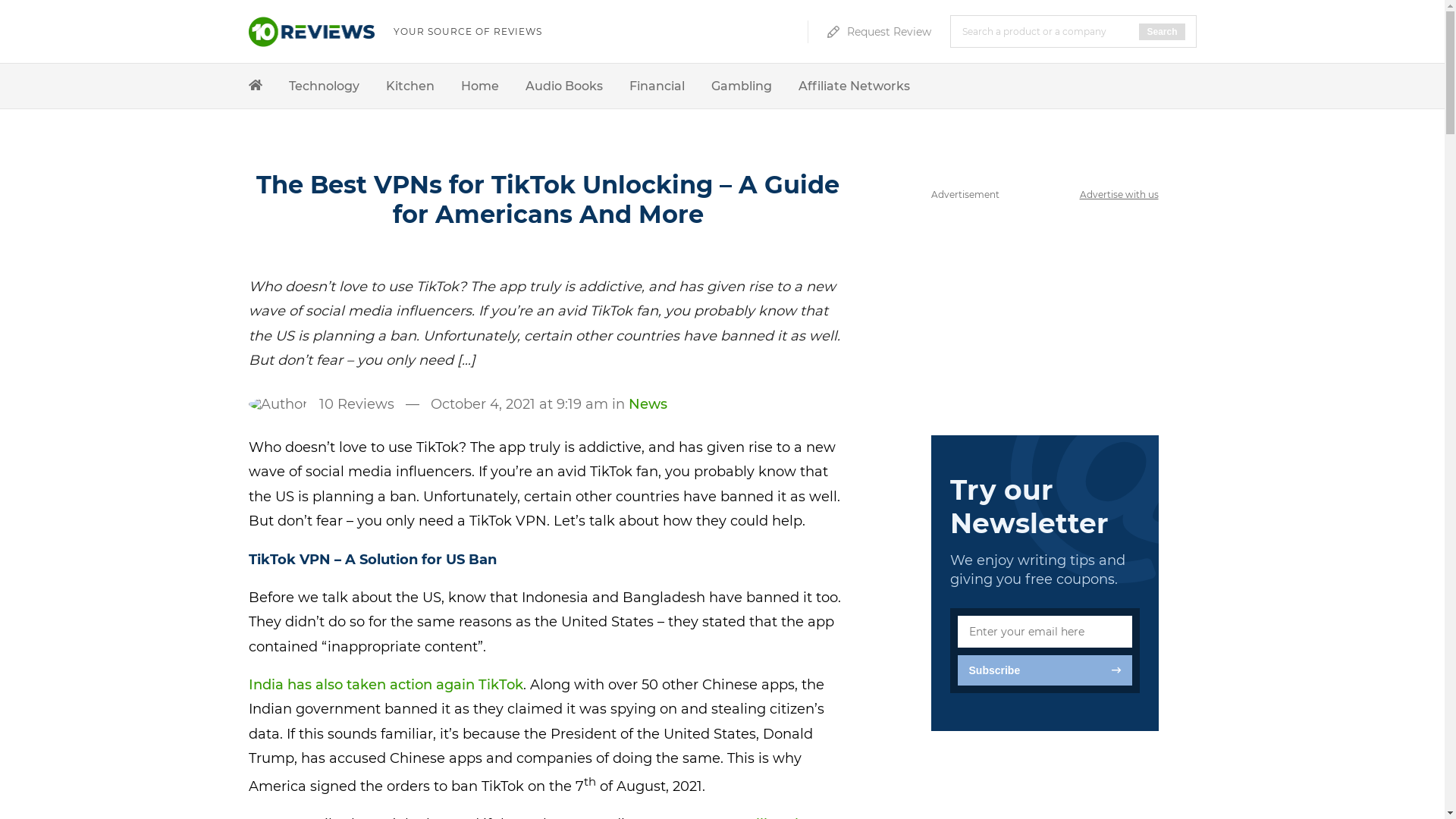 The image size is (1456, 819). Describe the element at coordinates (311, 41) in the screenshot. I see `'10reviews'` at that location.